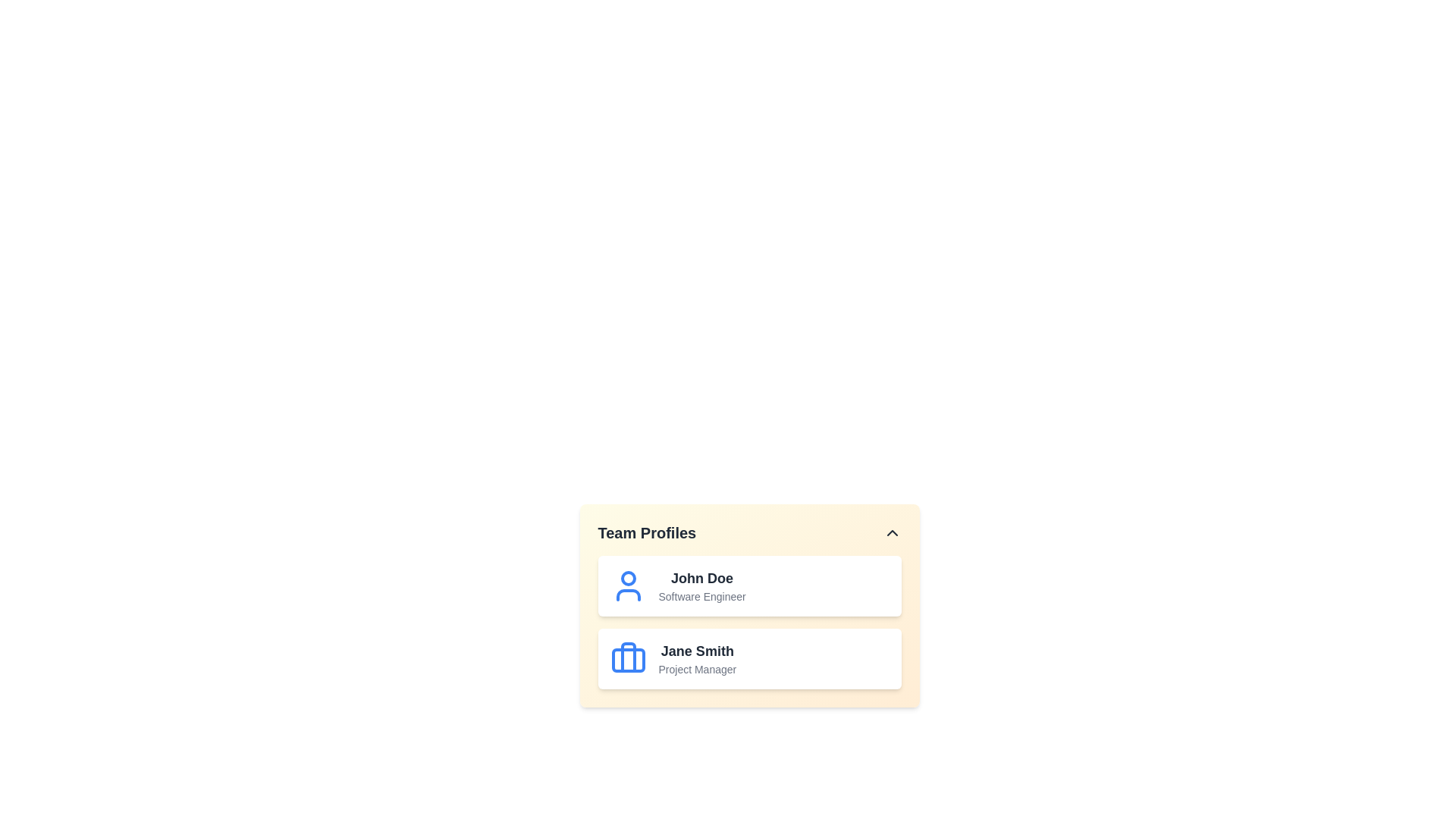 The image size is (1456, 819). What do you see at coordinates (628, 595) in the screenshot?
I see `the lower half of the human figure vector graphic, which is part of the icon next to 'John Doe'` at bounding box center [628, 595].